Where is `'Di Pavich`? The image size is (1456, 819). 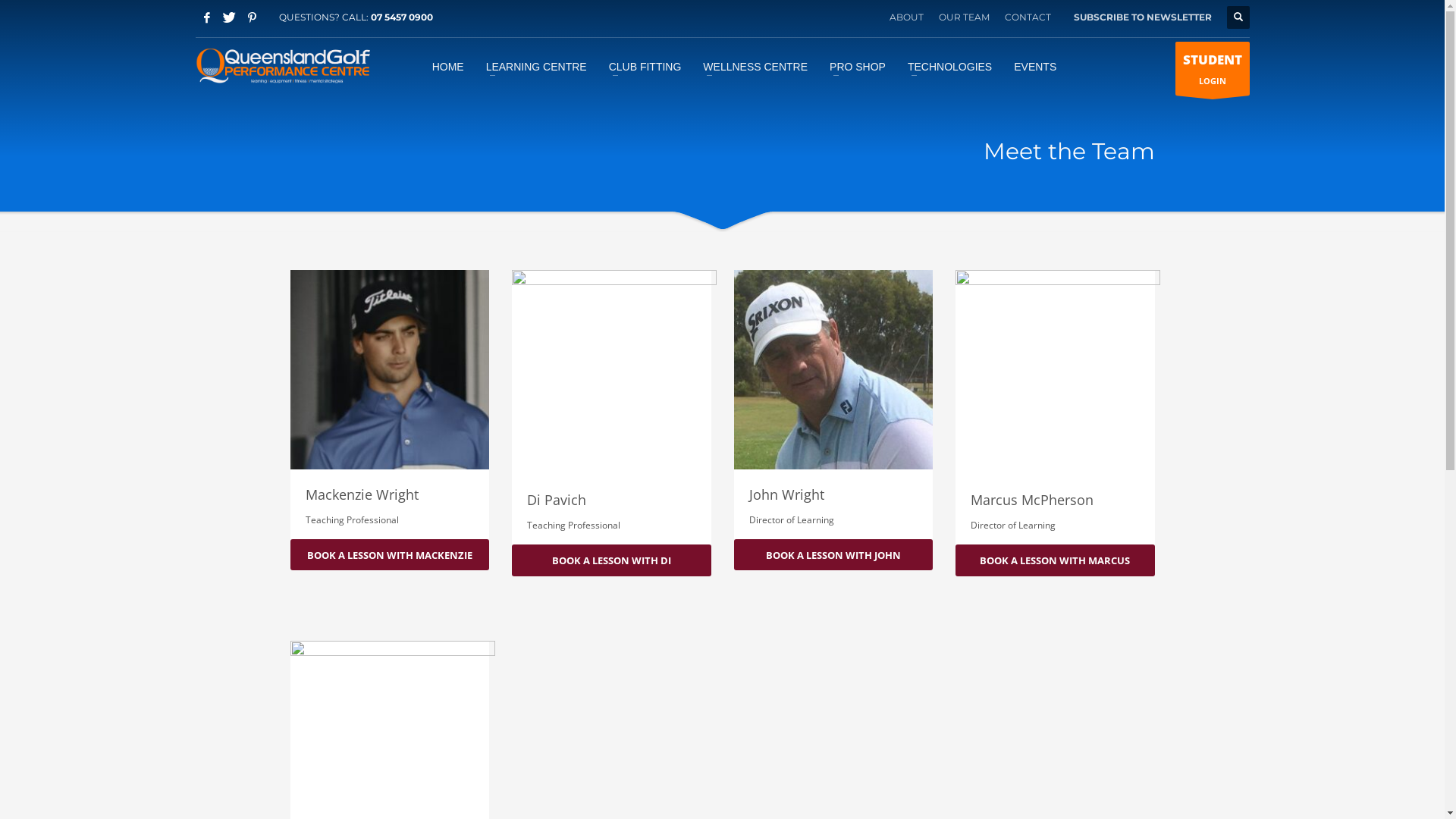 'Di Pavich is located at coordinates (611, 406).